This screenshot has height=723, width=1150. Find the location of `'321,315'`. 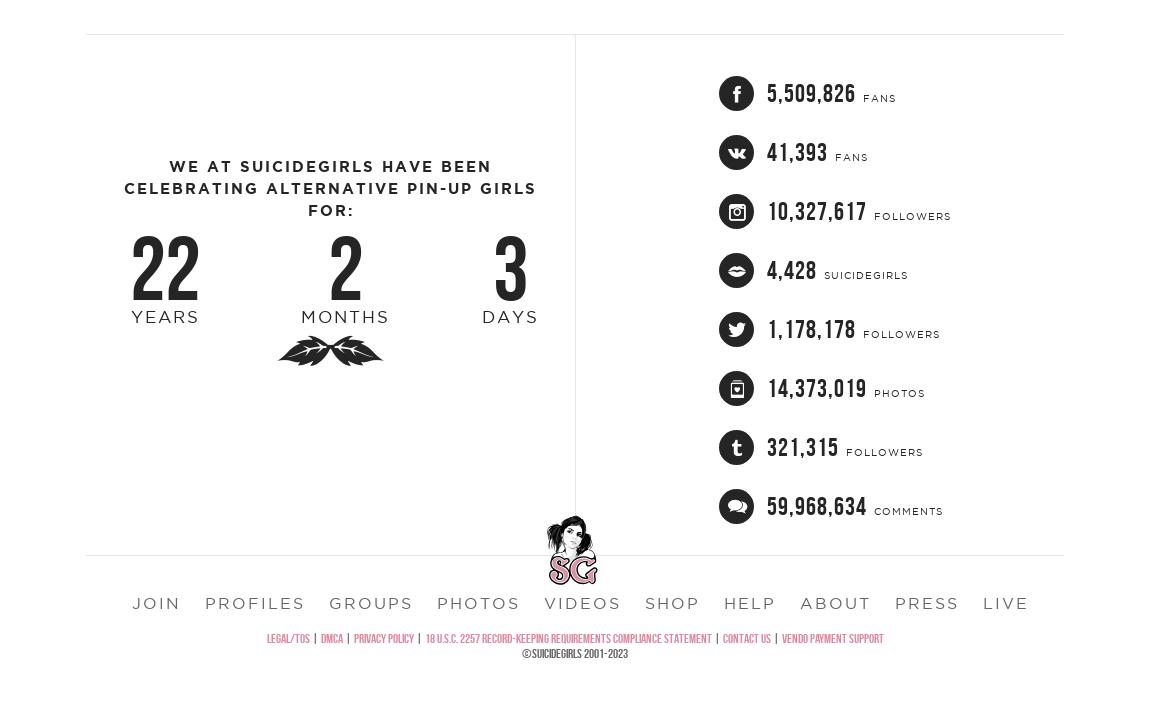

'321,315' is located at coordinates (801, 496).